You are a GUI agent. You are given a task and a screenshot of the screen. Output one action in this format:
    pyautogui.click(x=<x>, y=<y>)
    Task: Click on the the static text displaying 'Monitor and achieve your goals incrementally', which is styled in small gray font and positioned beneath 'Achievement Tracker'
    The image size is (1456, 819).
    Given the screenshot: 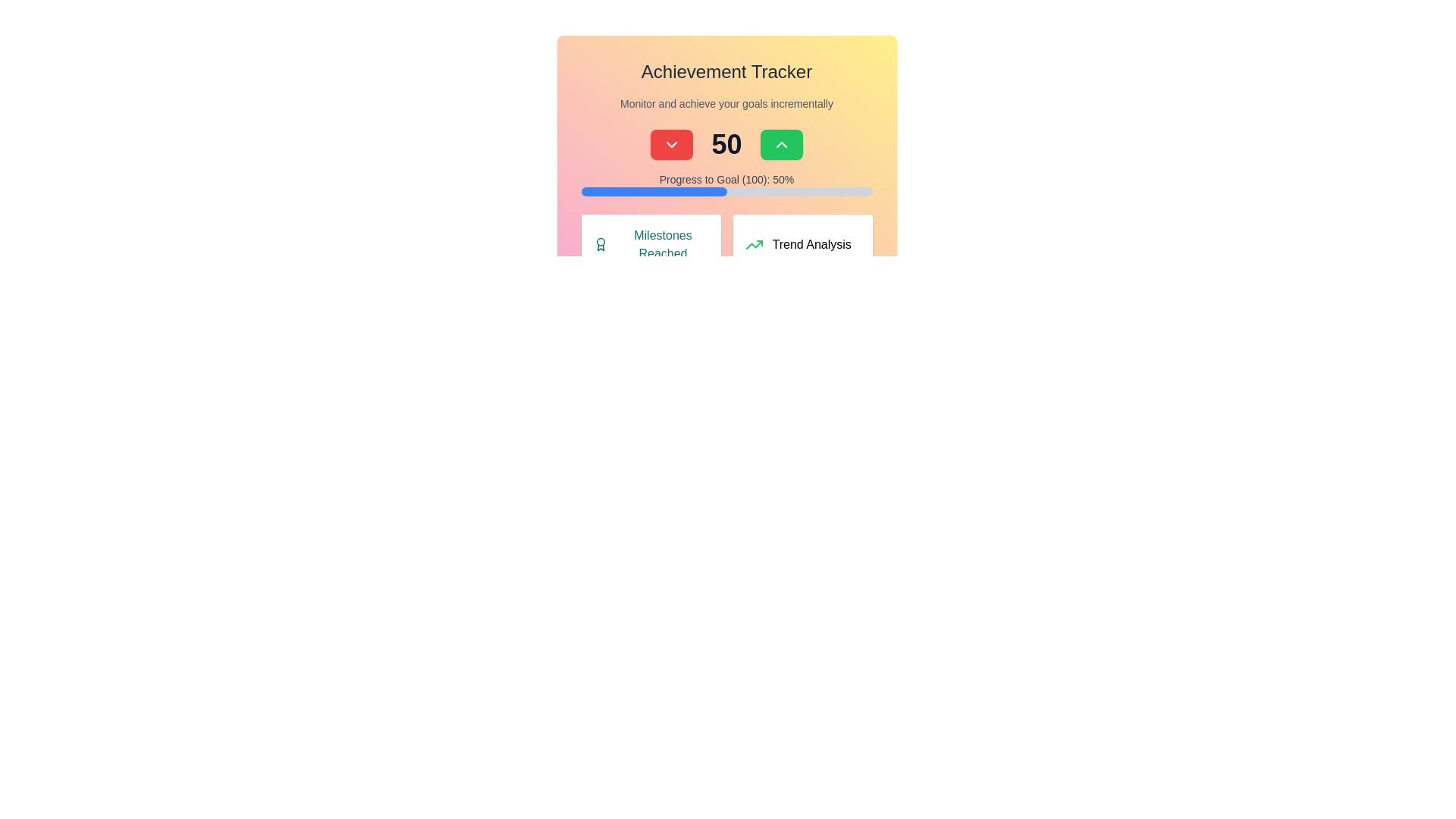 What is the action you would take?
    pyautogui.click(x=726, y=103)
    